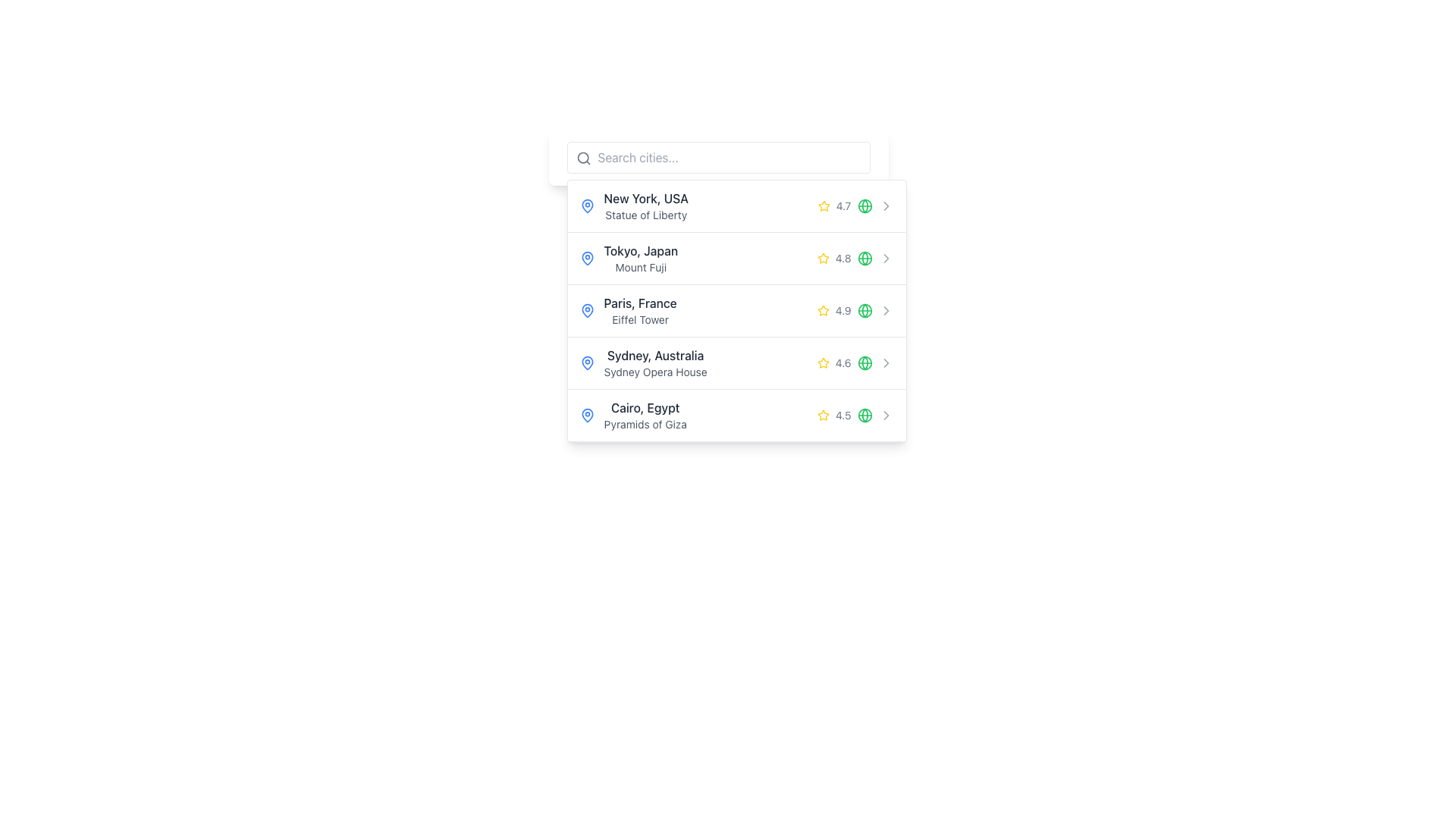 This screenshot has width=1456, height=819. Describe the element at coordinates (886, 257) in the screenshot. I see `the right-pointing arrow icon, which is light gray and located next to 'Tokyo, Japan' and 'Mount Fuji'` at that location.